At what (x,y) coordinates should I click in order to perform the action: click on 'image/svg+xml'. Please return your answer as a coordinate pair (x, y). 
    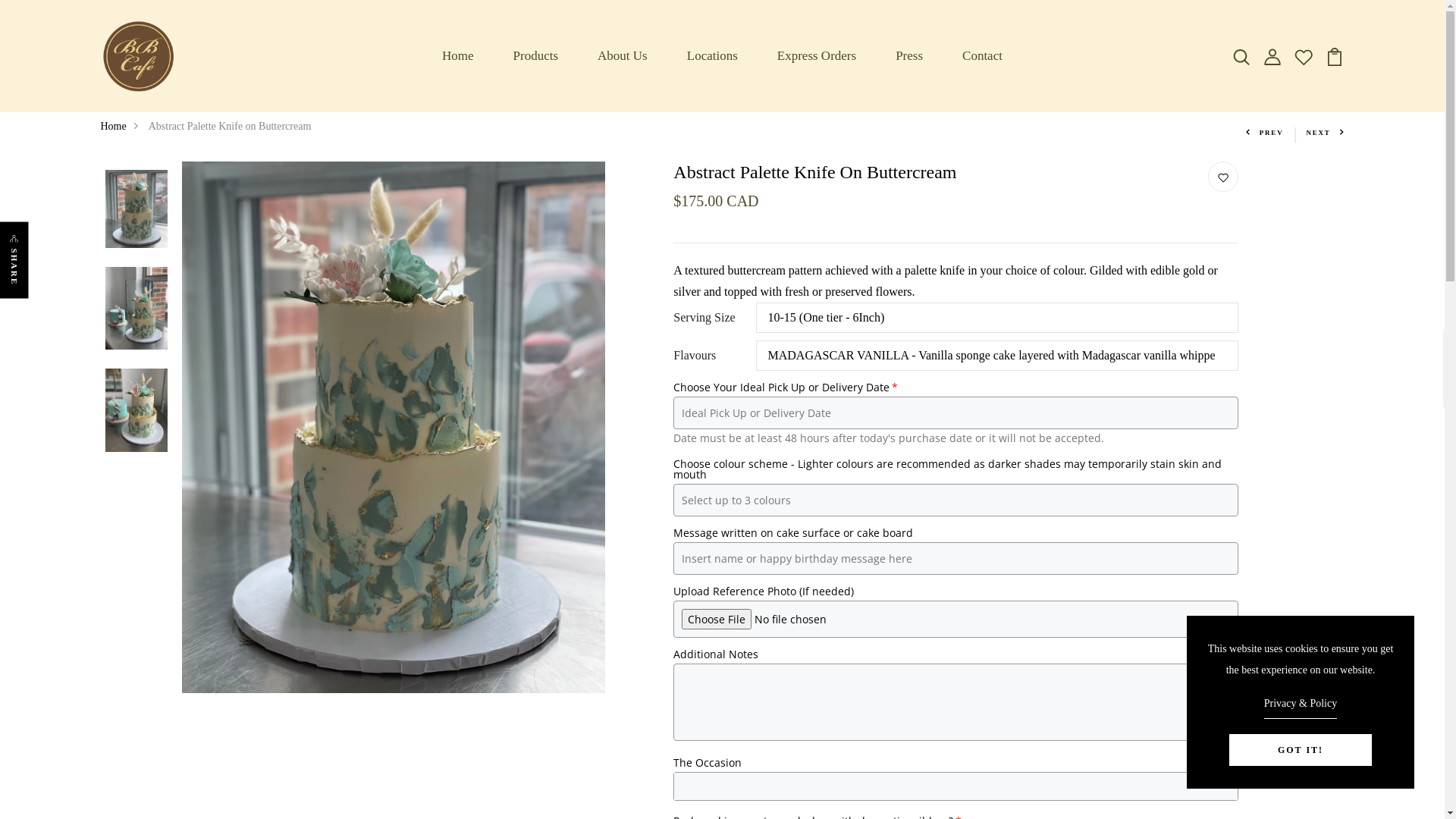
    Looking at the image, I should click on (1241, 54).